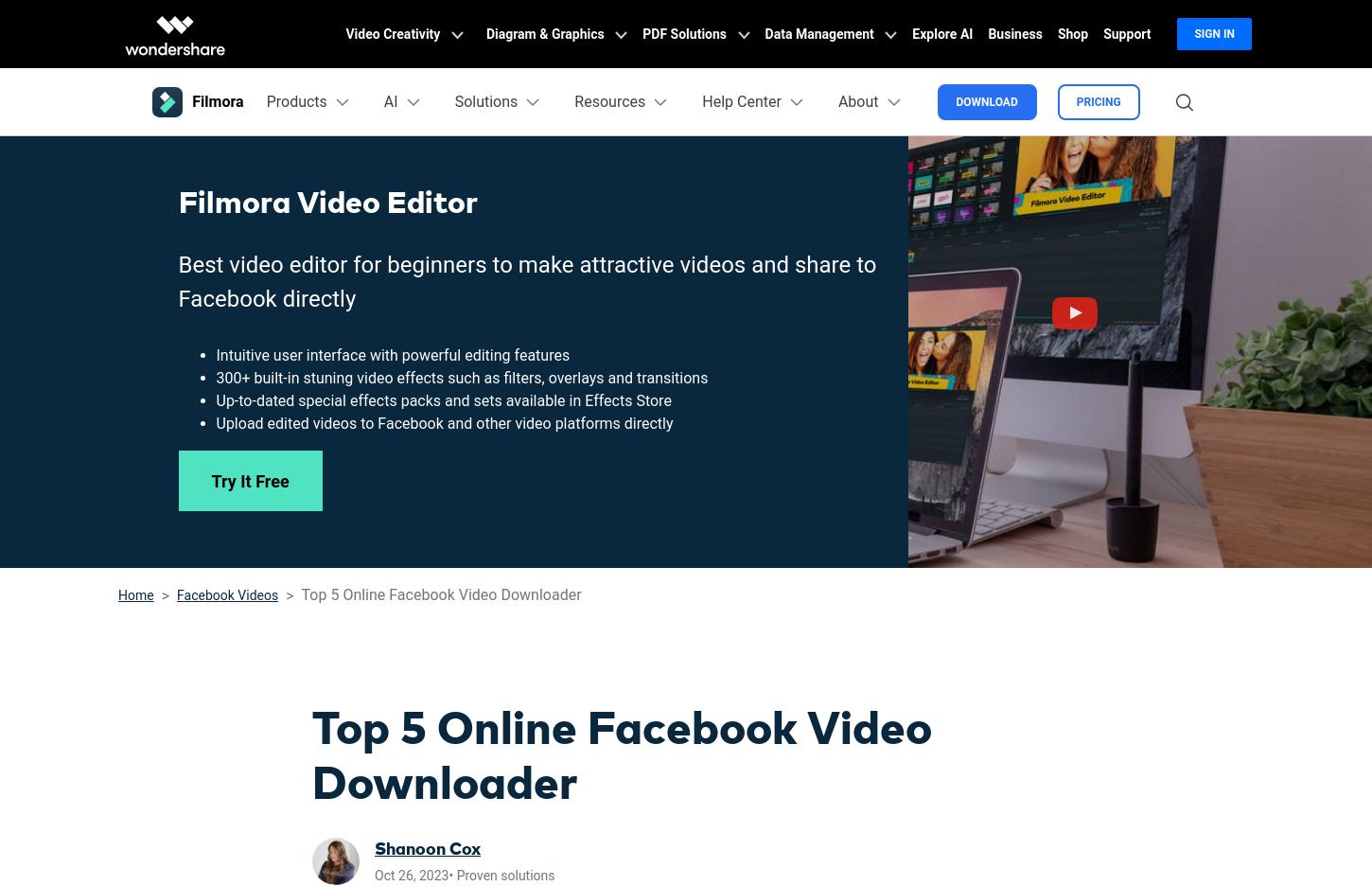 This screenshot has height=886, width=1372. What do you see at coordinates (1014, 33) in the screenshot?
I see `'Business'` at bounding box center [1014, 33].